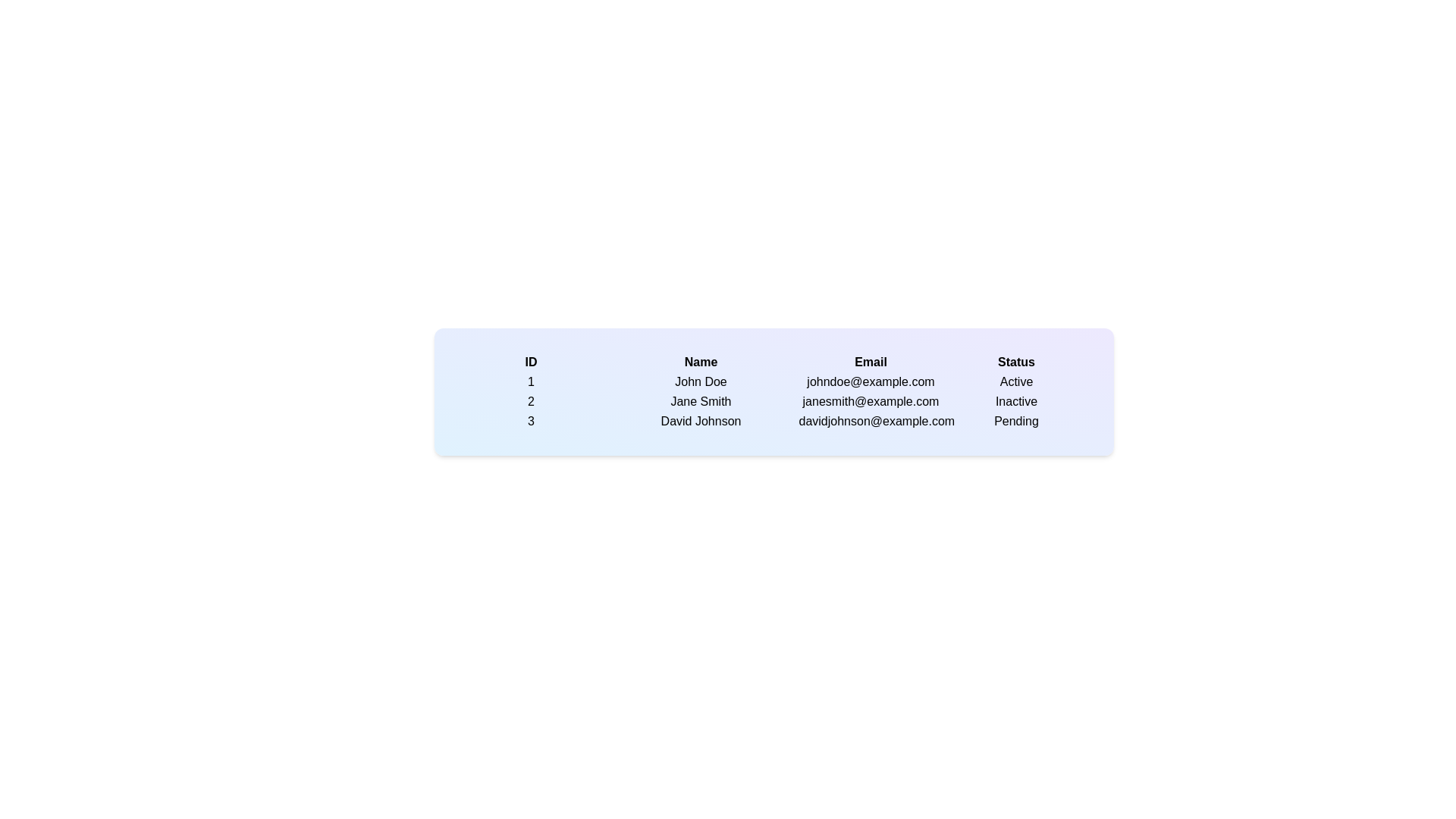 The height and width of the screenshot is (819, 1456). I want to click on the column header Status to sort or filter the table data, so click(1016, 362).